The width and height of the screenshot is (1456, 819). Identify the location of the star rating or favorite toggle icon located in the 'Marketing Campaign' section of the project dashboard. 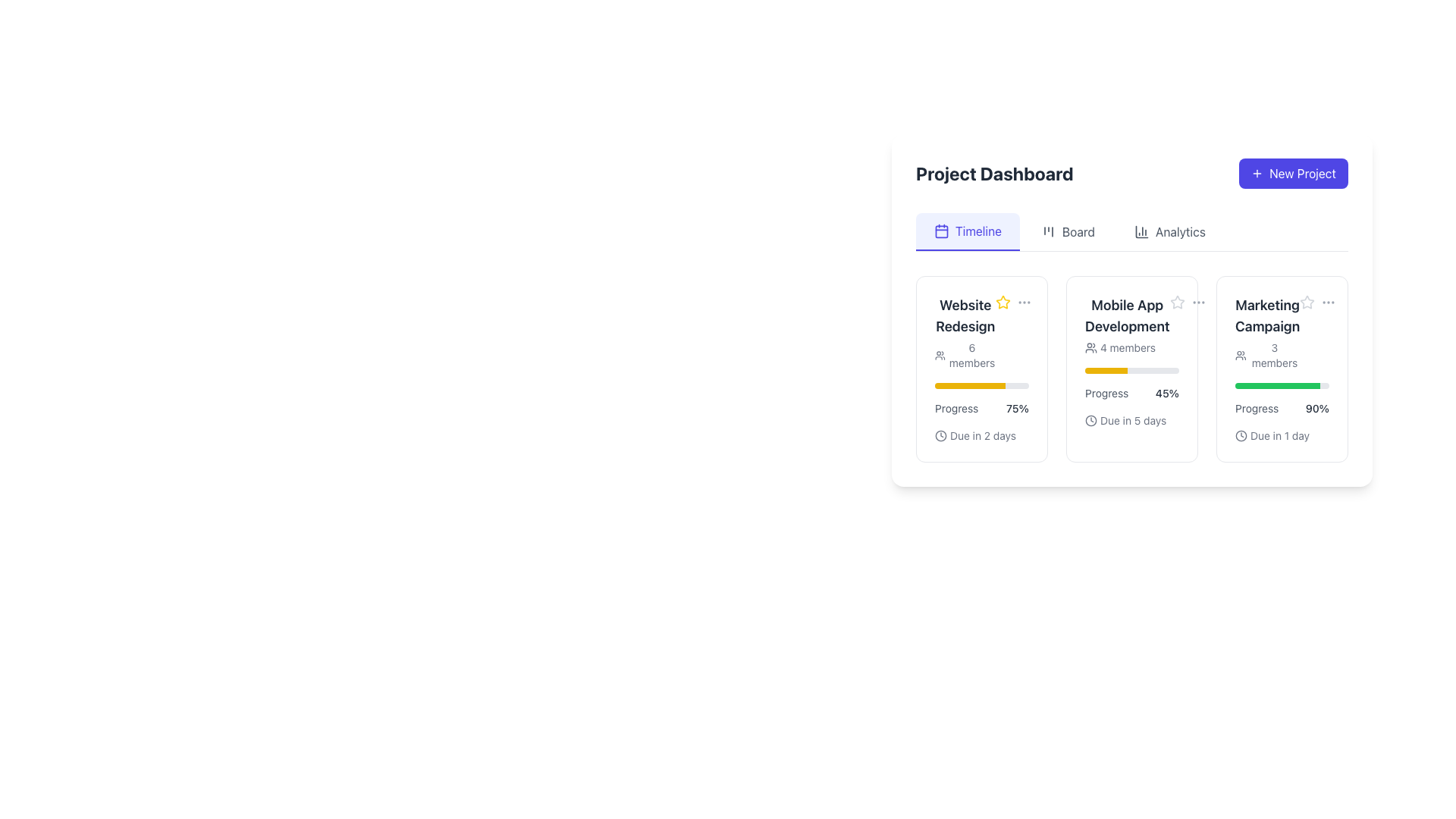
(1306, 301).